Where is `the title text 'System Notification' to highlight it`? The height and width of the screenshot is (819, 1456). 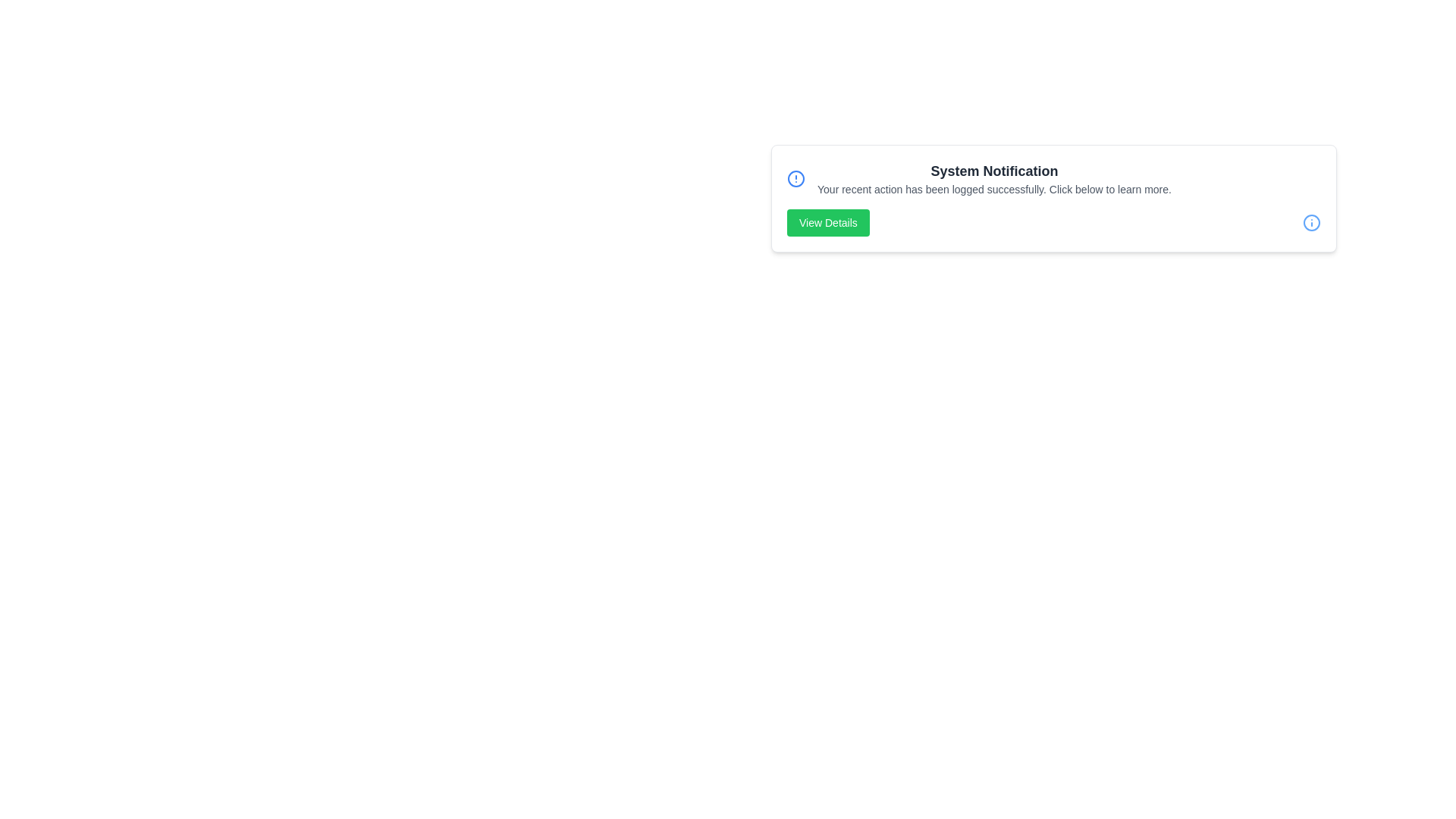
the title text 'System Notification' to highlight it is located at coordinates (993, 171).